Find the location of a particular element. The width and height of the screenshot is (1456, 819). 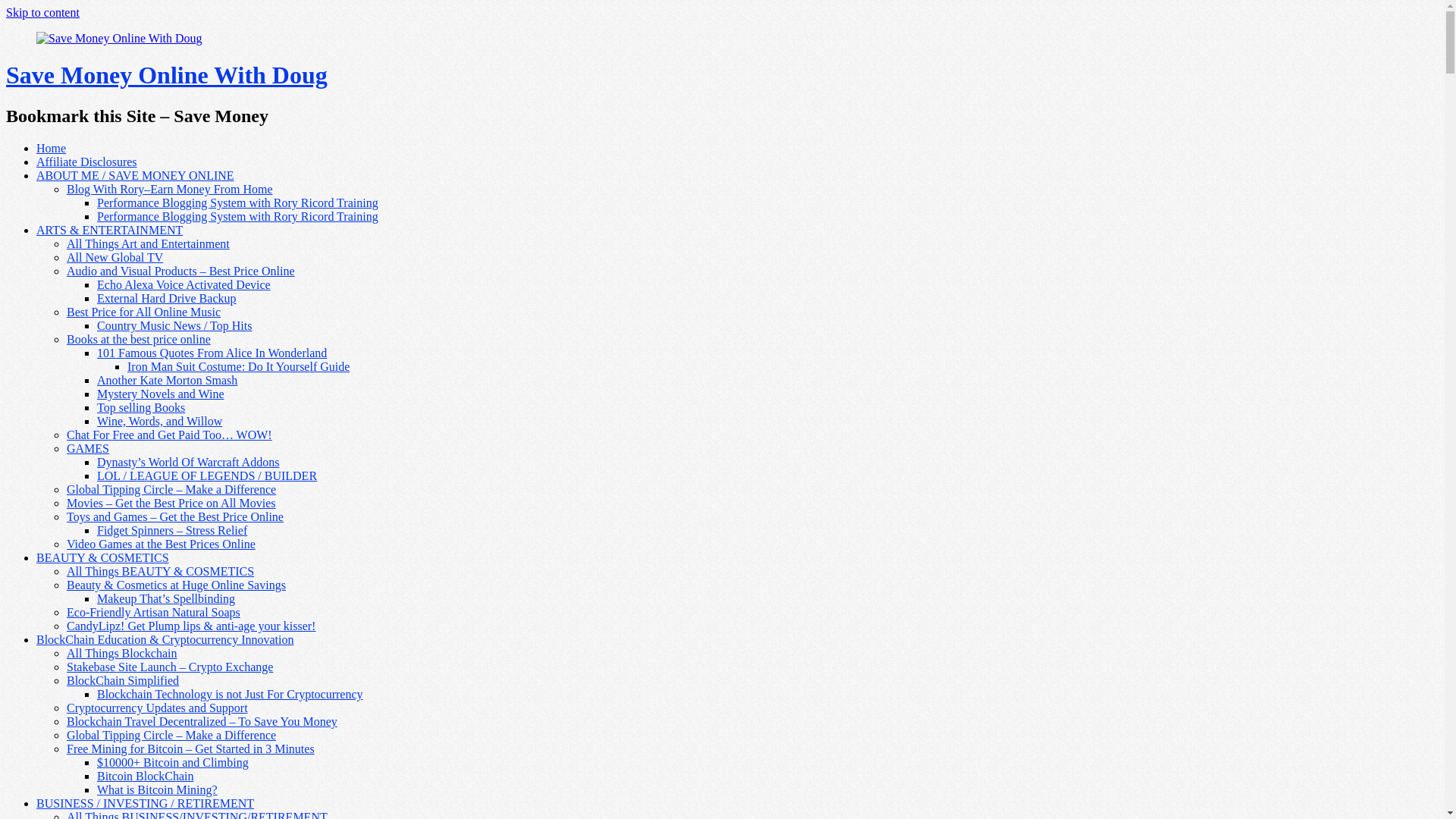

'All Things BEAUTY & COSMETICS' is located at coordinates (65, 571).